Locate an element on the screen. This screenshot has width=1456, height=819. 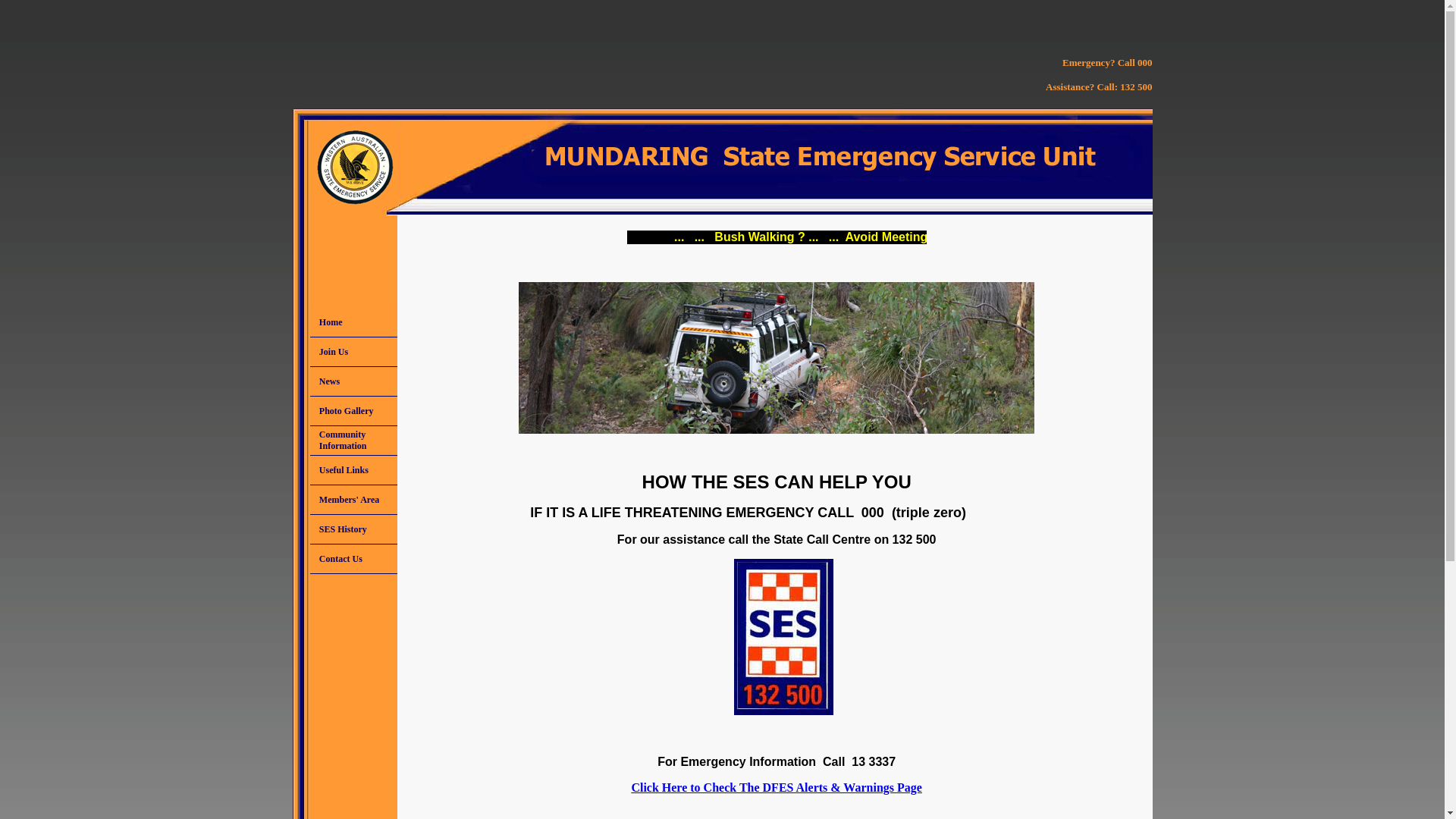
'Community is located at coordinates (353, 441).